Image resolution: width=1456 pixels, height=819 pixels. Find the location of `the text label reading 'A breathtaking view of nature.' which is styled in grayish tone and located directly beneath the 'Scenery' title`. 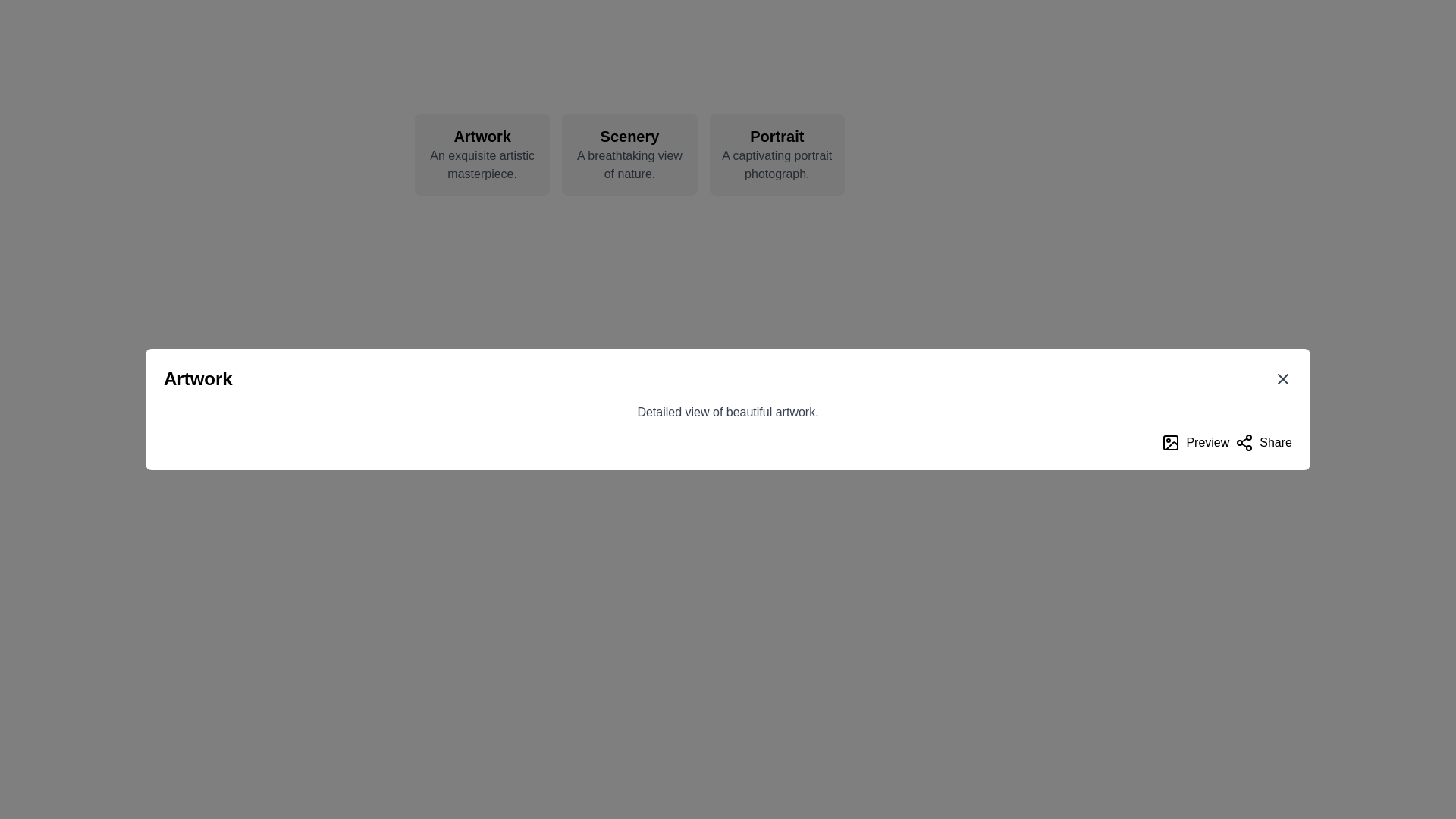

the text label reading 'A breathtaking view of nature.' which is styled in grayish tone and located directly beneath the 'Scenery' title is located at coordinates (629, 165).